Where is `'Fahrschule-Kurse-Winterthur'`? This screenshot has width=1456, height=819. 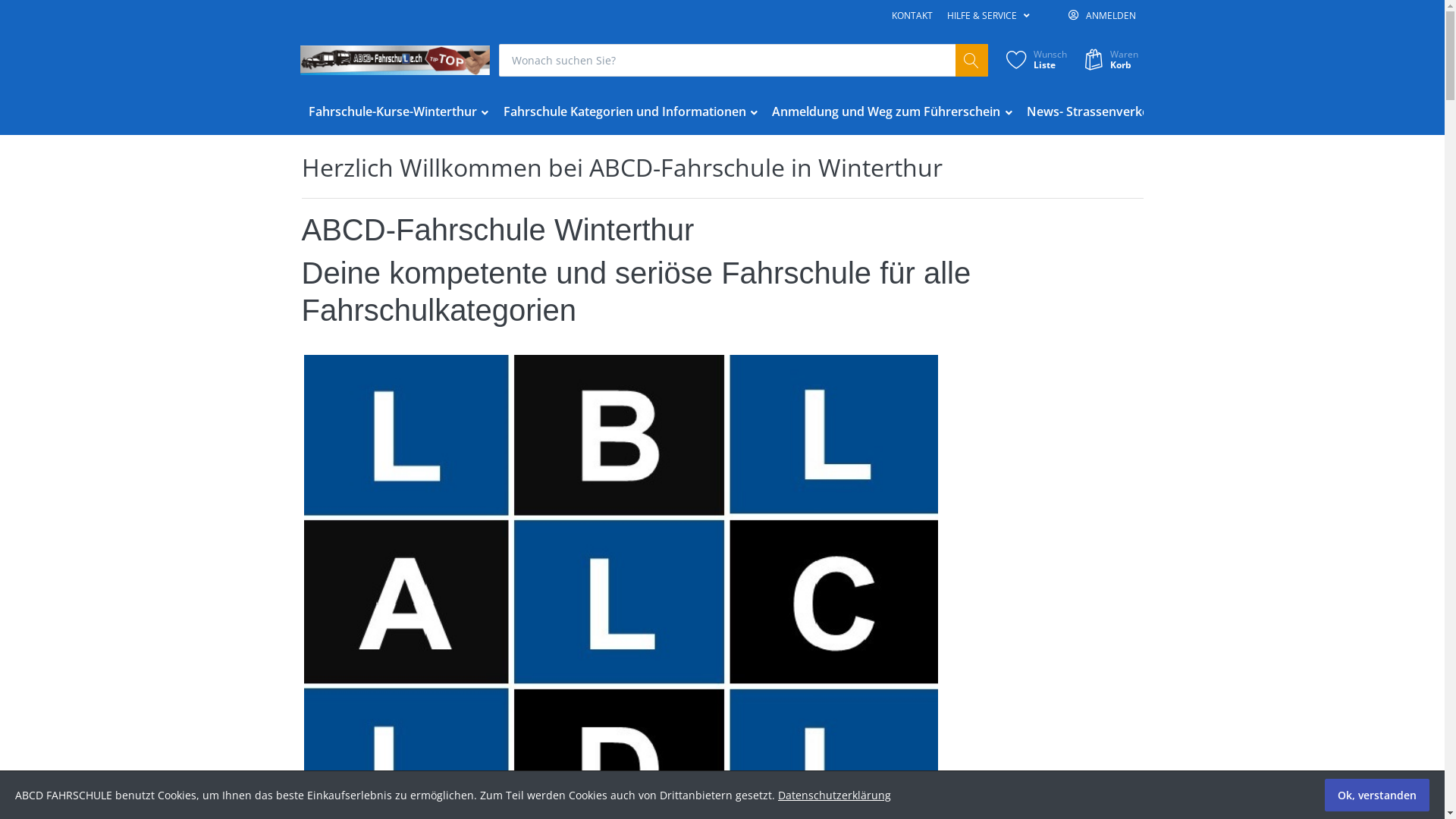
'Fahrschule-Kurse-Winterthur' is located at coordinates (399, 111).